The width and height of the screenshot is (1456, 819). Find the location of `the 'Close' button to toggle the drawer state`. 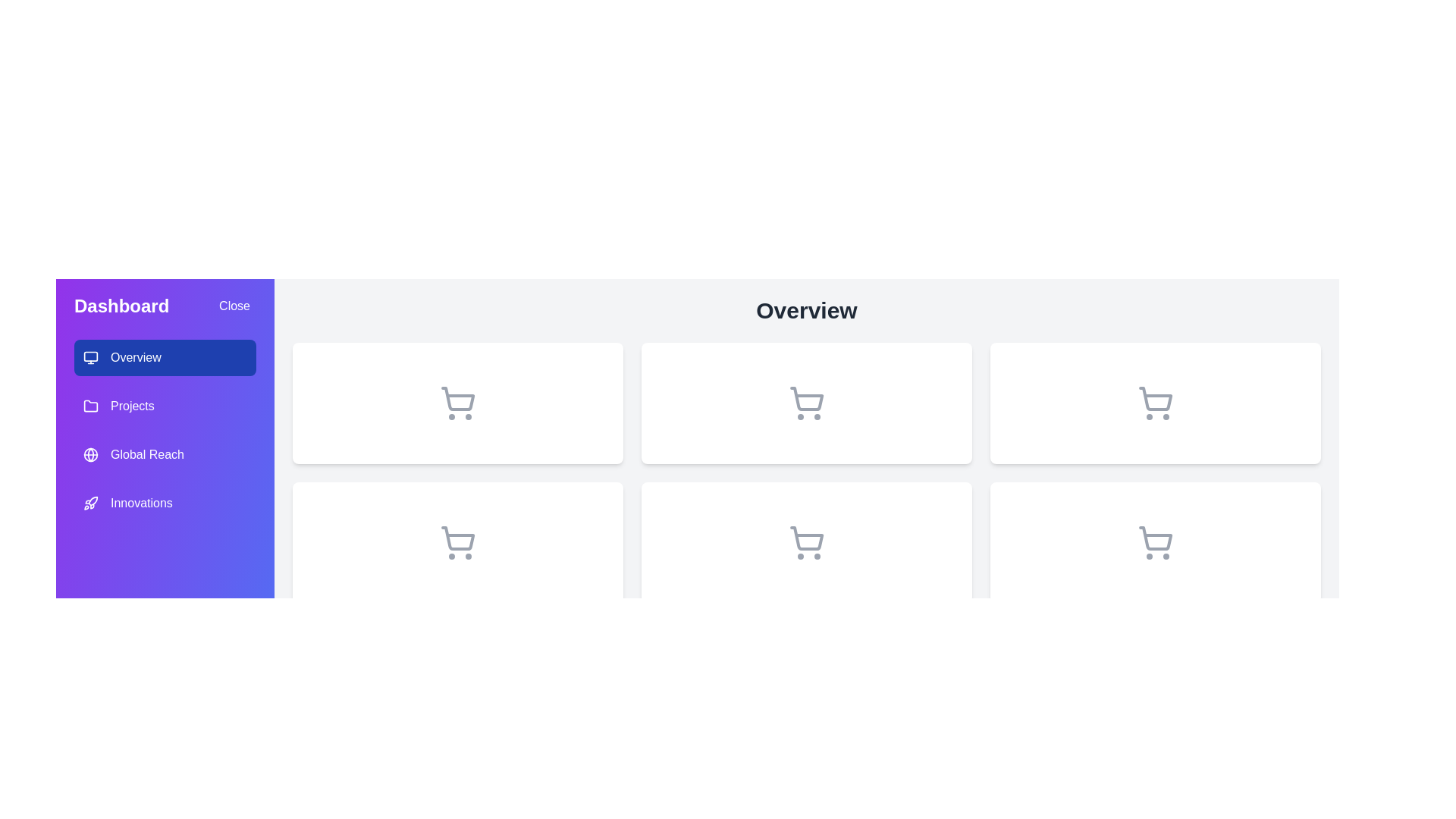

the 'Close' button to toggle the drawer state is located at coordinates (233, 306).